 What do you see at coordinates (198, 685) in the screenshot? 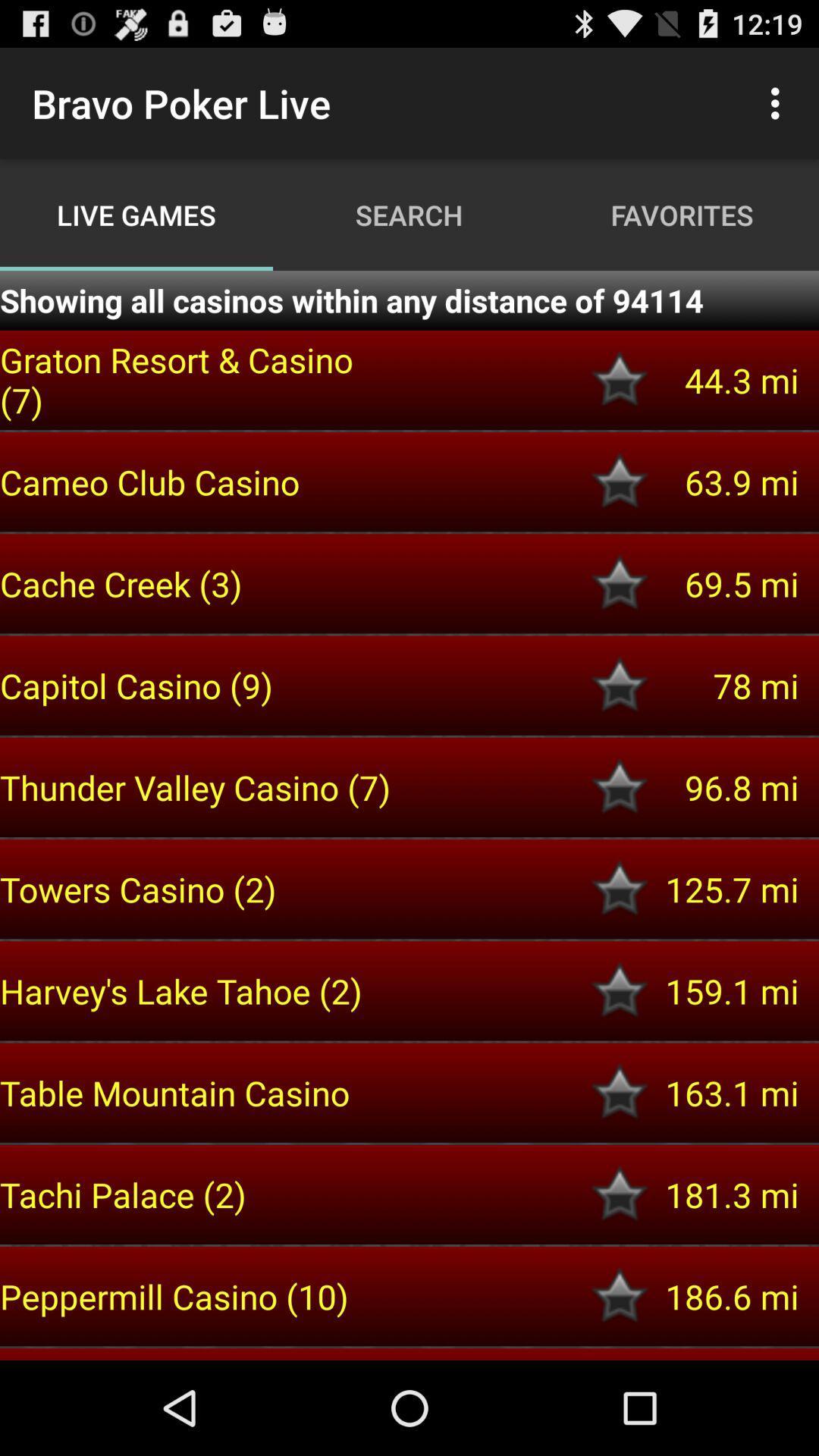
I see `capitol casino (9)` at bounding box center [198, 685].